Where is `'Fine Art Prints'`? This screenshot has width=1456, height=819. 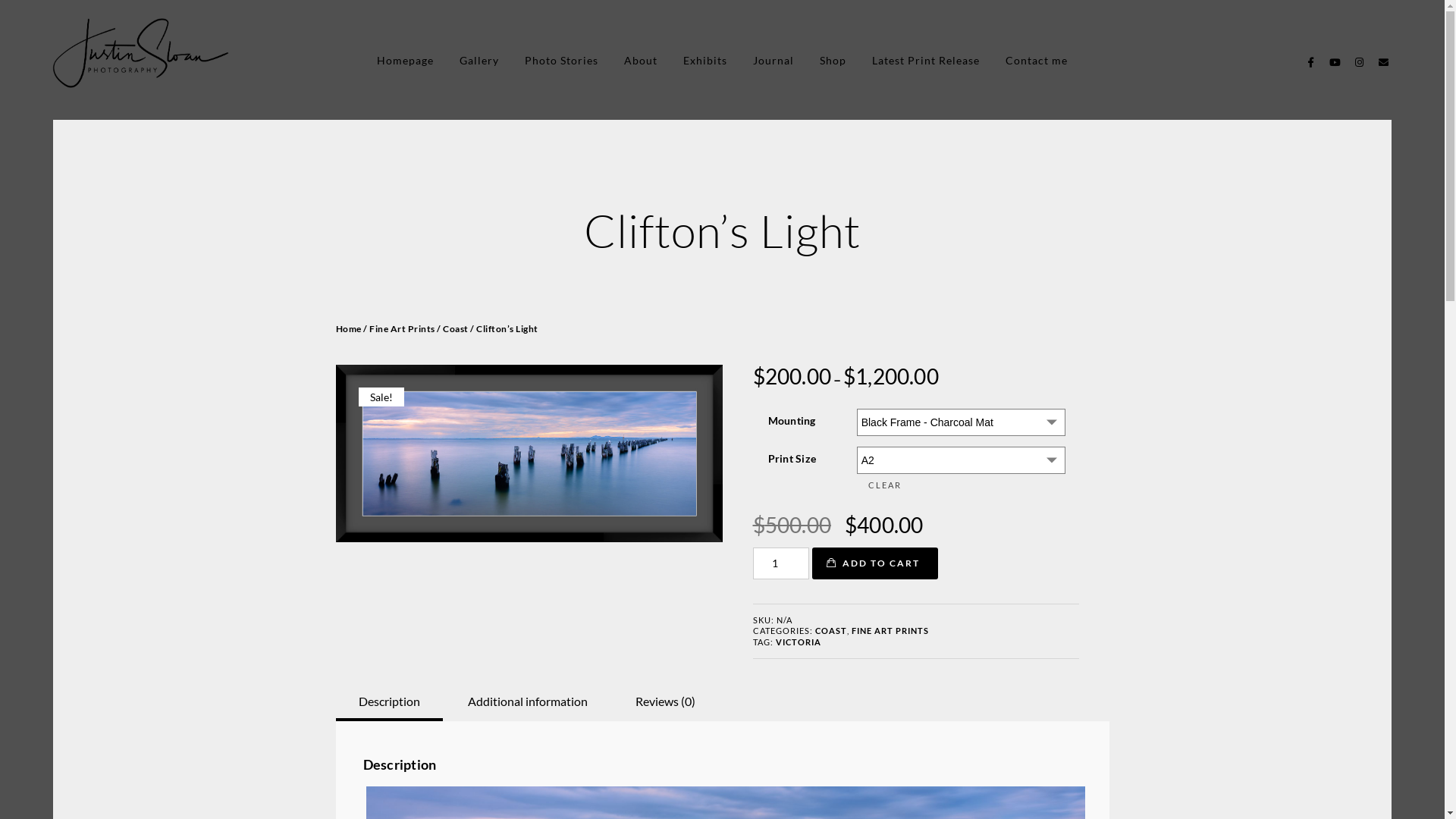
'Fine Art Prints' is located at coordinates (402, 328).